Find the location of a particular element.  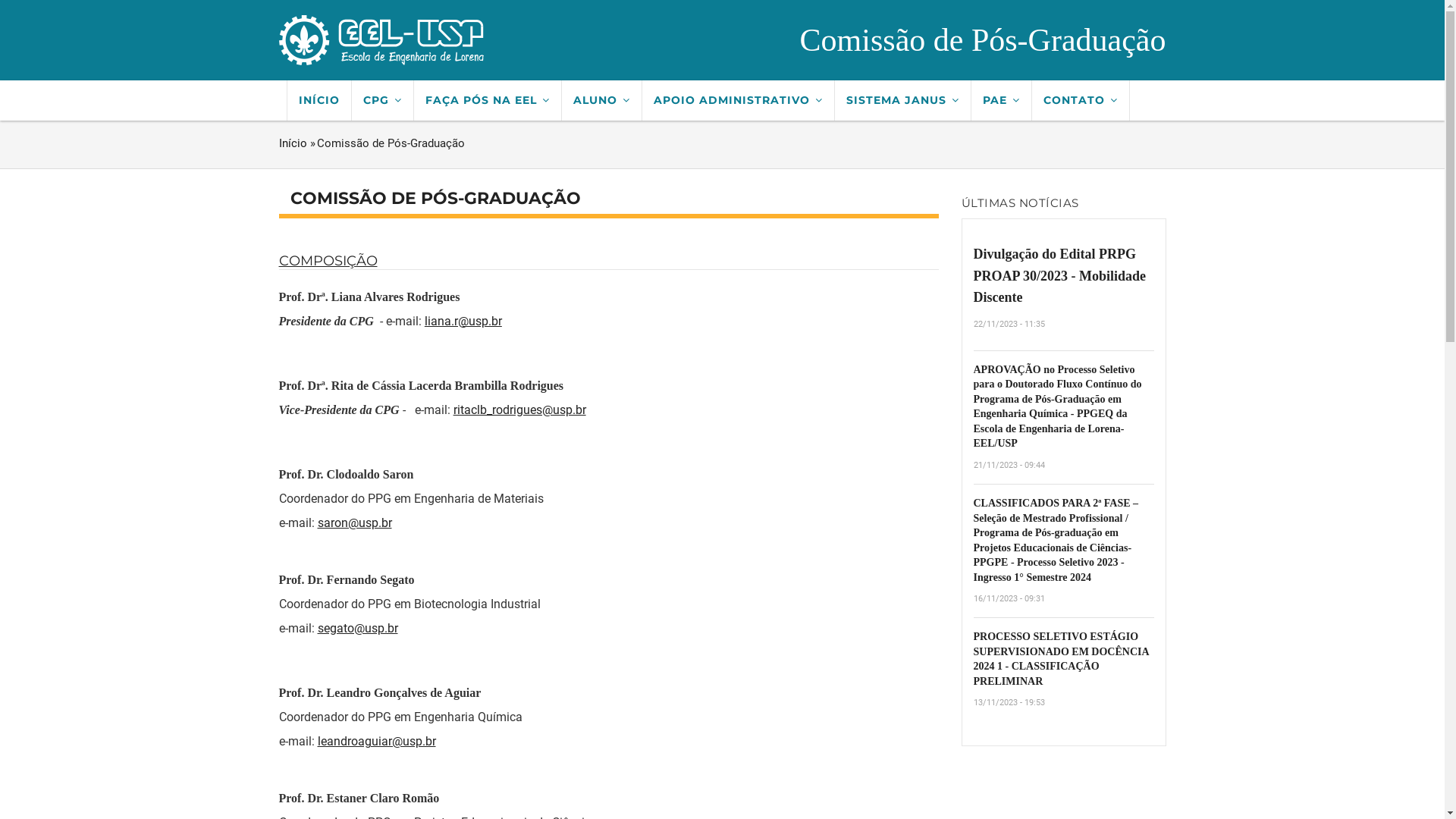

'CPG' is located at coordinates (382, 100).